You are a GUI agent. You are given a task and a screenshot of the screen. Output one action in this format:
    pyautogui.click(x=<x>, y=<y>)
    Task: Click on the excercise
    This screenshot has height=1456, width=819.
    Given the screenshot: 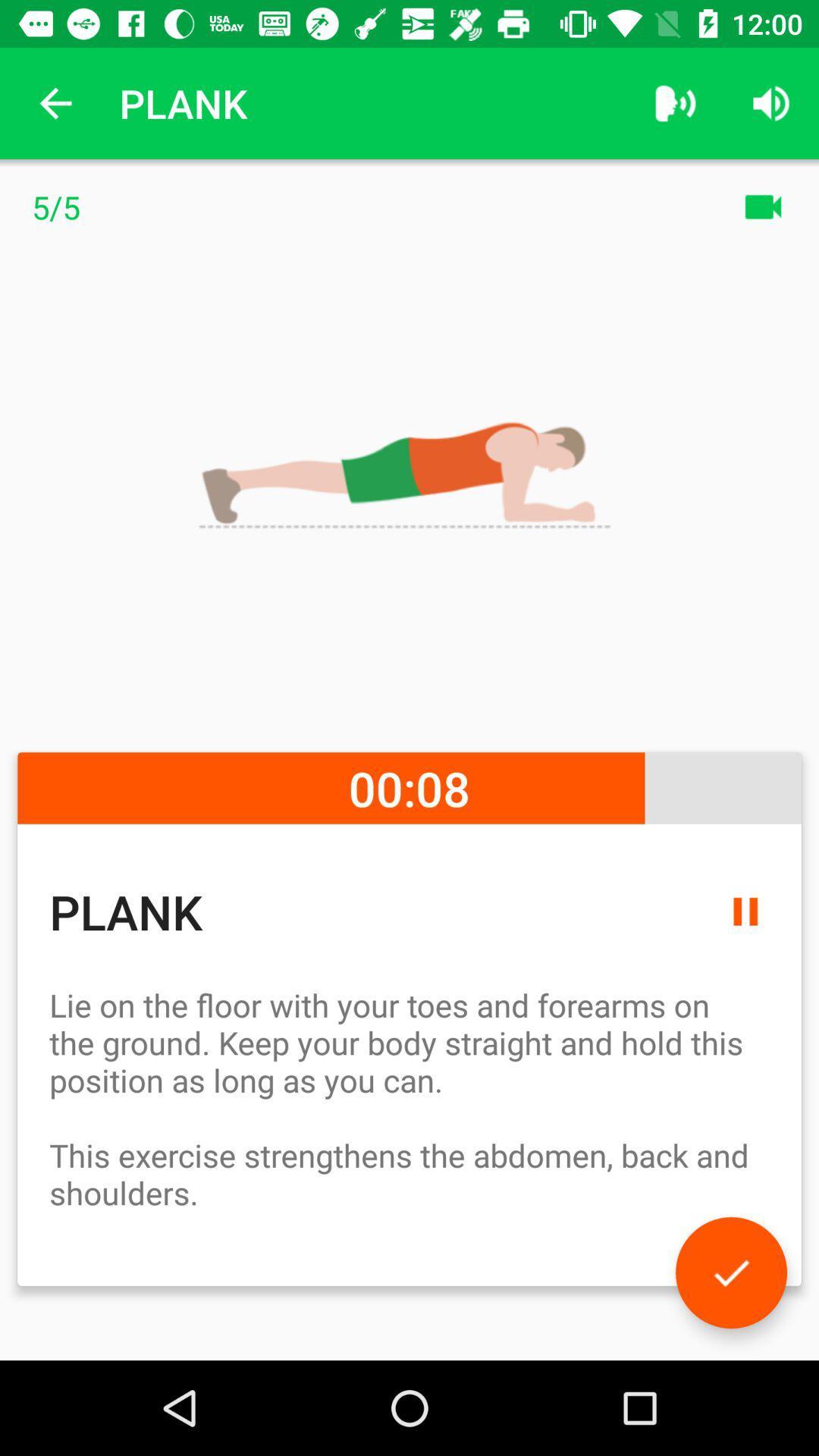 What is the action you would take?
    pyautogui.click(x=730, y=1272)
    